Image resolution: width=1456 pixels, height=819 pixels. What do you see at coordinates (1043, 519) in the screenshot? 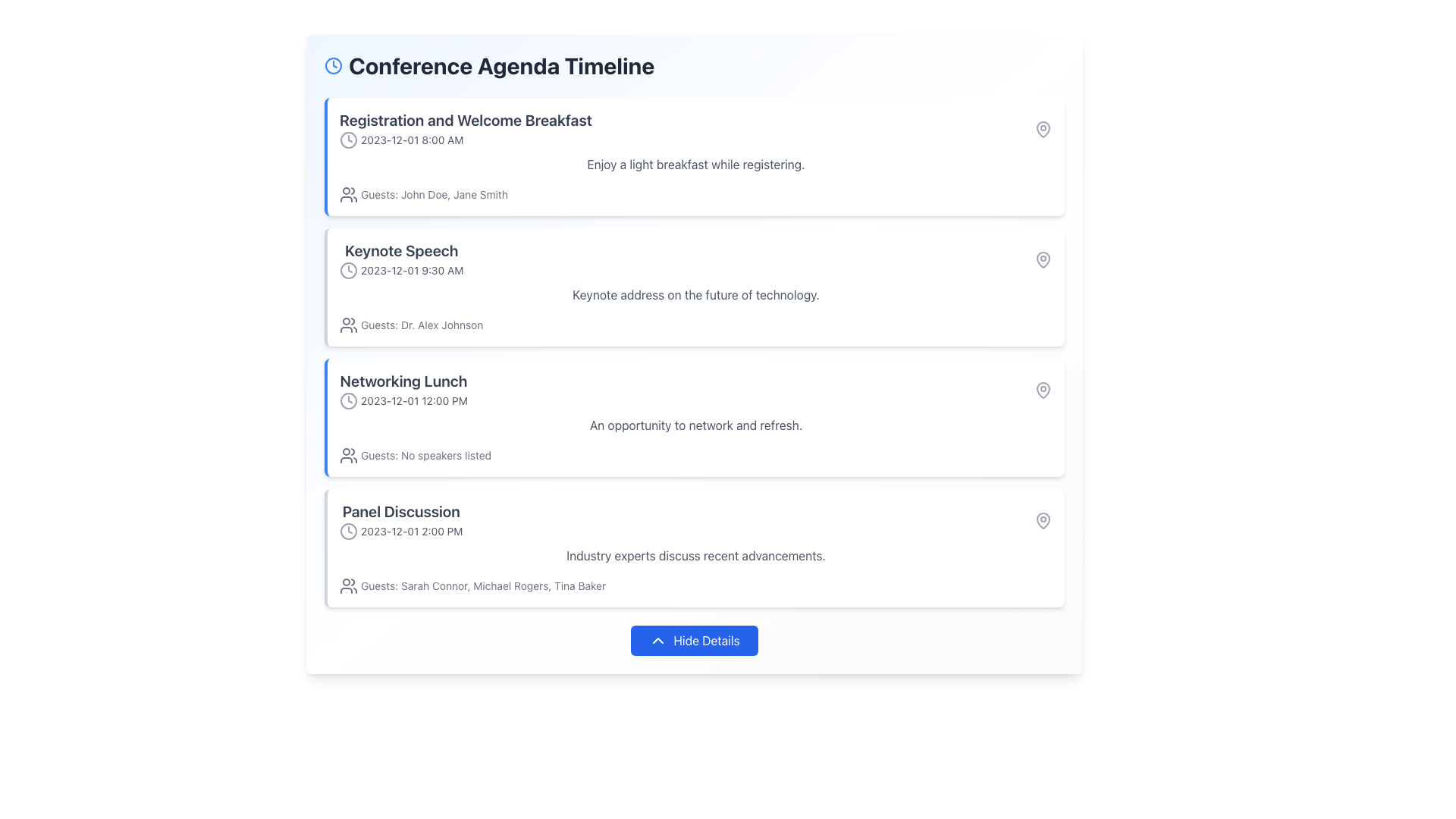
I see `the location icon positioned at the far right of the 'Panel Discussion' panel, which is the fourth item in the vertical list of events` at bounding box center [1043, 519].